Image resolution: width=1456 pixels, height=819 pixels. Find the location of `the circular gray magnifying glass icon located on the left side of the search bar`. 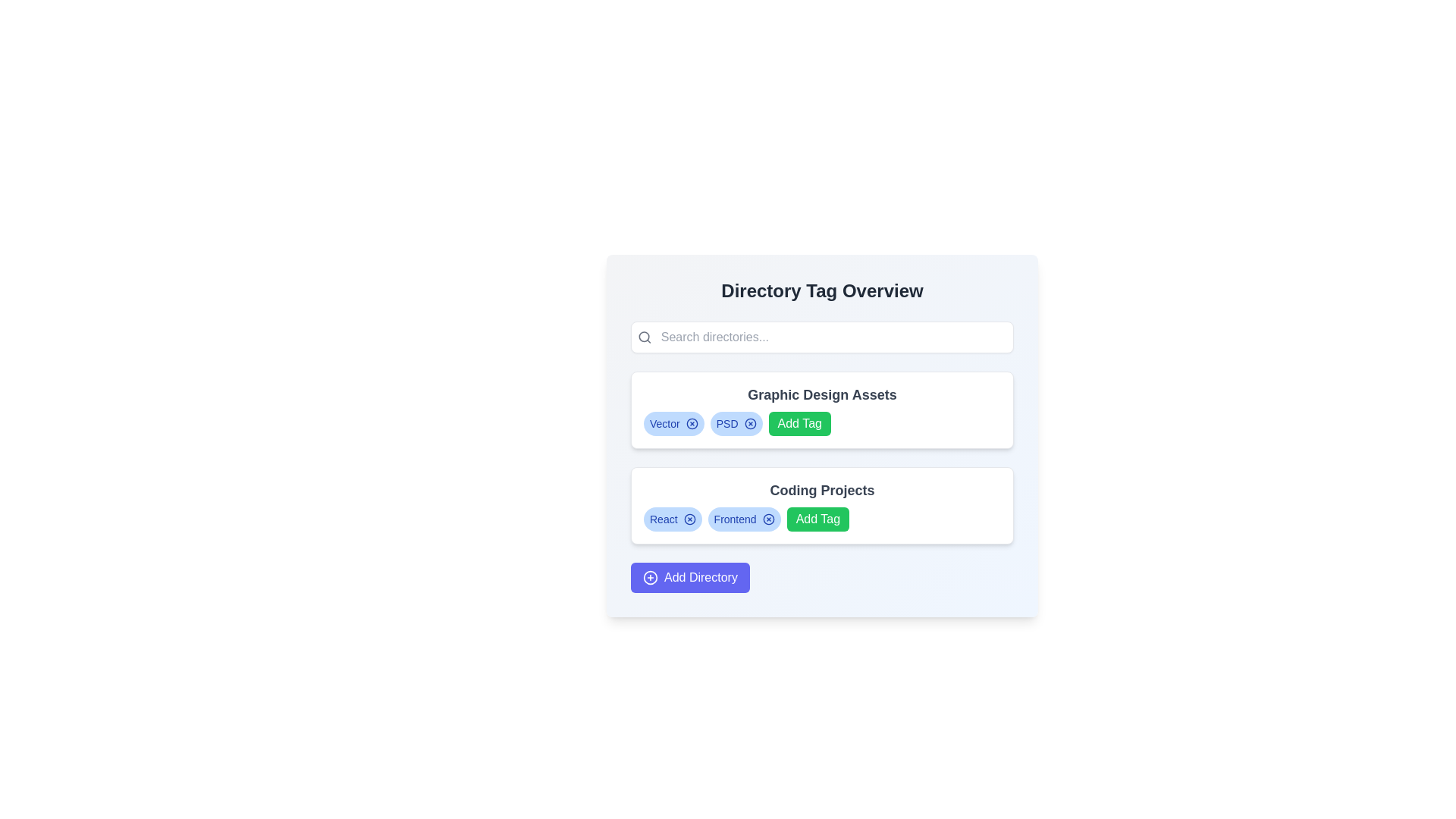

the circular gray magnifying glass icon located on the left side of the search bar is located at coordinates (645, 336).